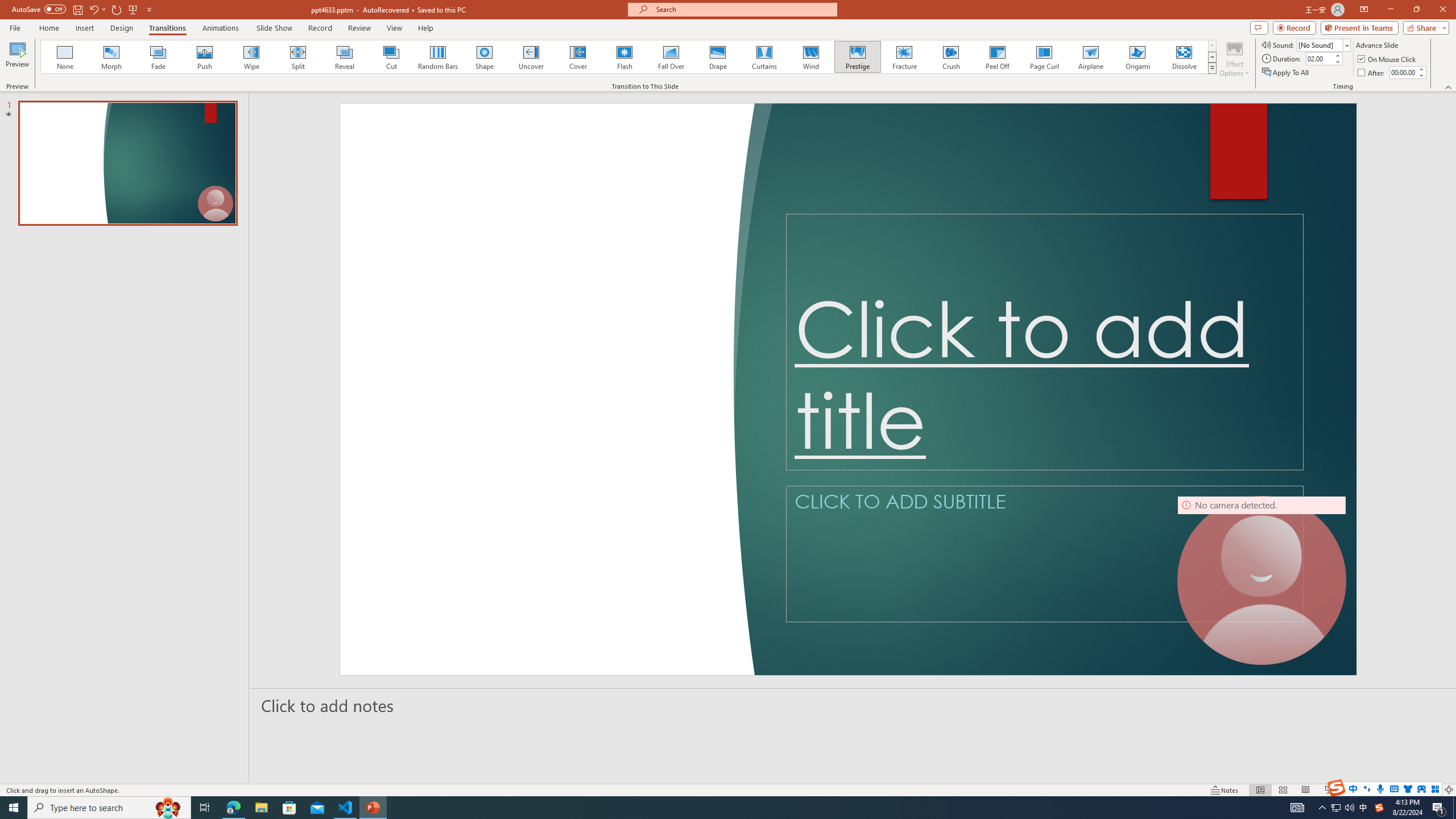 Image resolution: width=1456 pixels, height=819 pixels. What do you see at coordinates (345, 56) in the screenshot?
I see `'Reveal'` at bounding box center [345, 56].